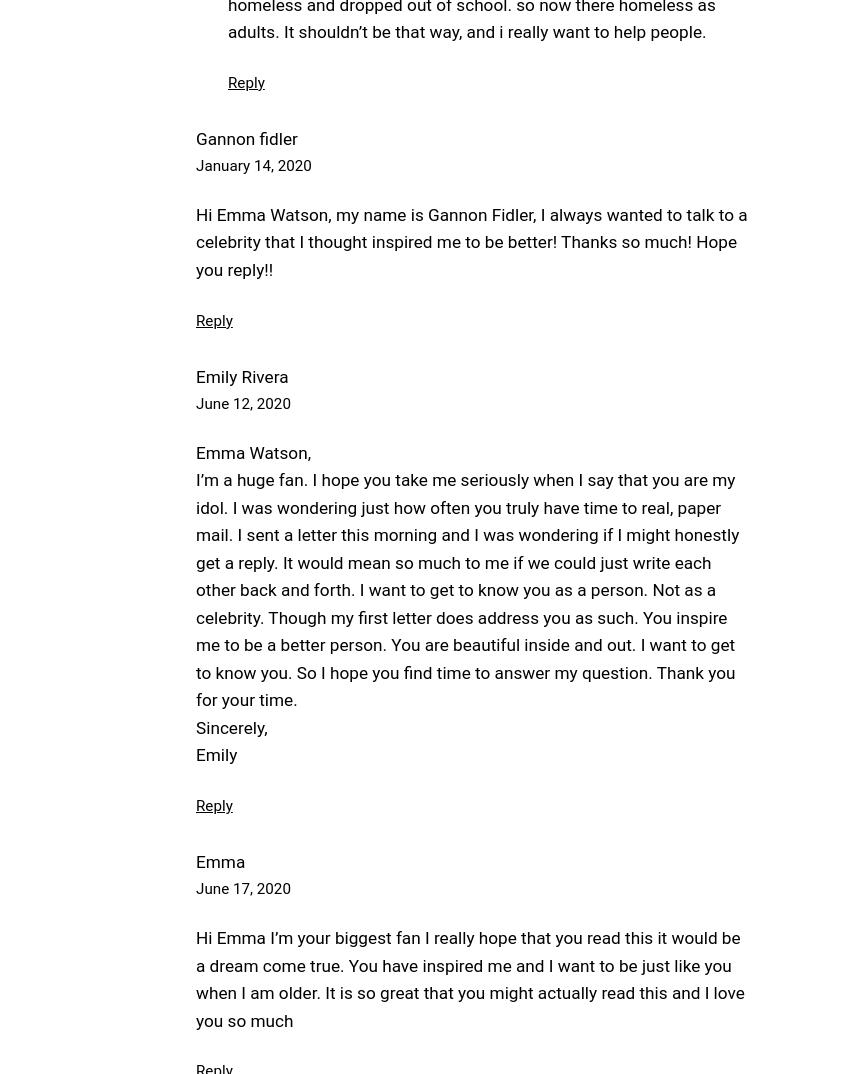  What do you see at coordinates (246, 137) in the screenshot?
I see `'Gannon fidler'` at bounding box center [246, 137].